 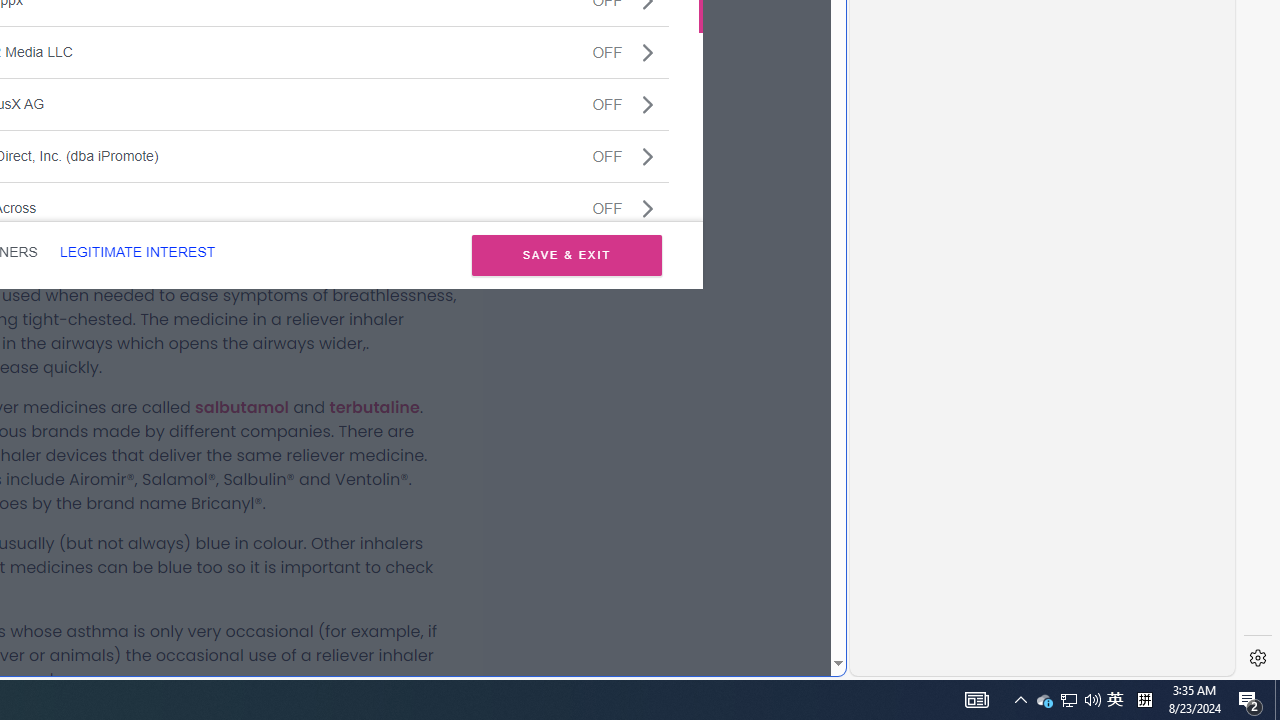 I want to click on 'salbutamol', so click(x=240, y=406).